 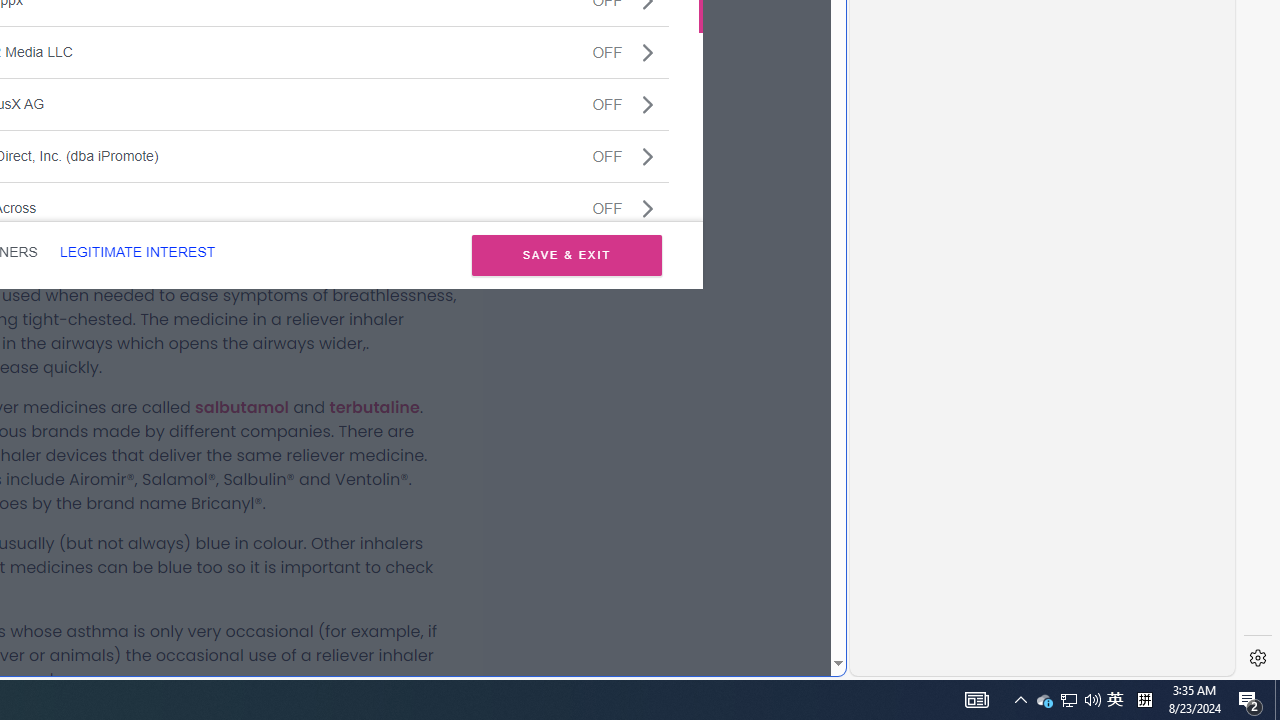 I want to click on 'salbutamol', so click(x=240, y=406).